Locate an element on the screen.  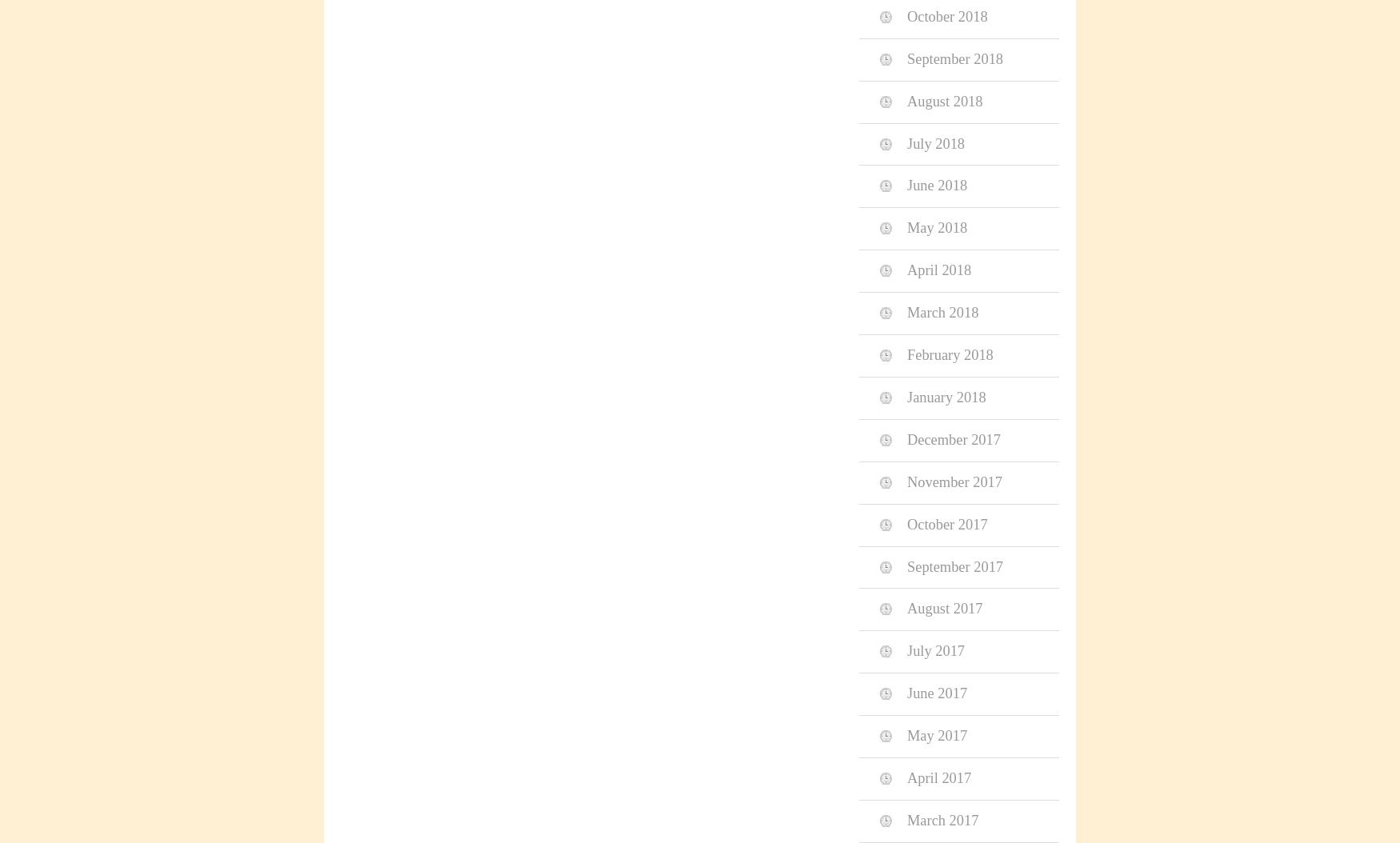
'January 2018' is located at coordinates (946, 396).